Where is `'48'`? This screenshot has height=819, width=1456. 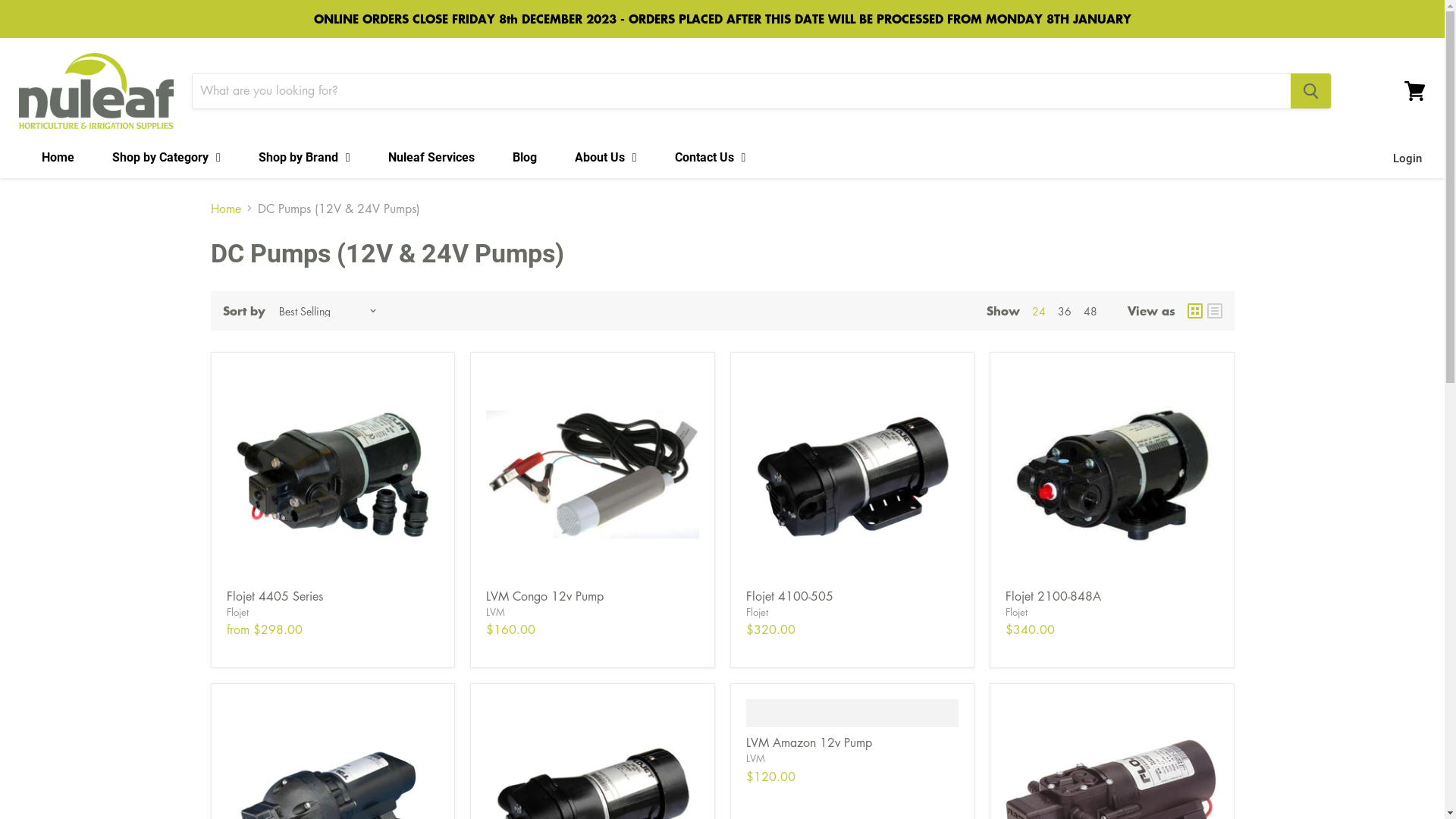
'48' is located at coordinates (1088, 309).